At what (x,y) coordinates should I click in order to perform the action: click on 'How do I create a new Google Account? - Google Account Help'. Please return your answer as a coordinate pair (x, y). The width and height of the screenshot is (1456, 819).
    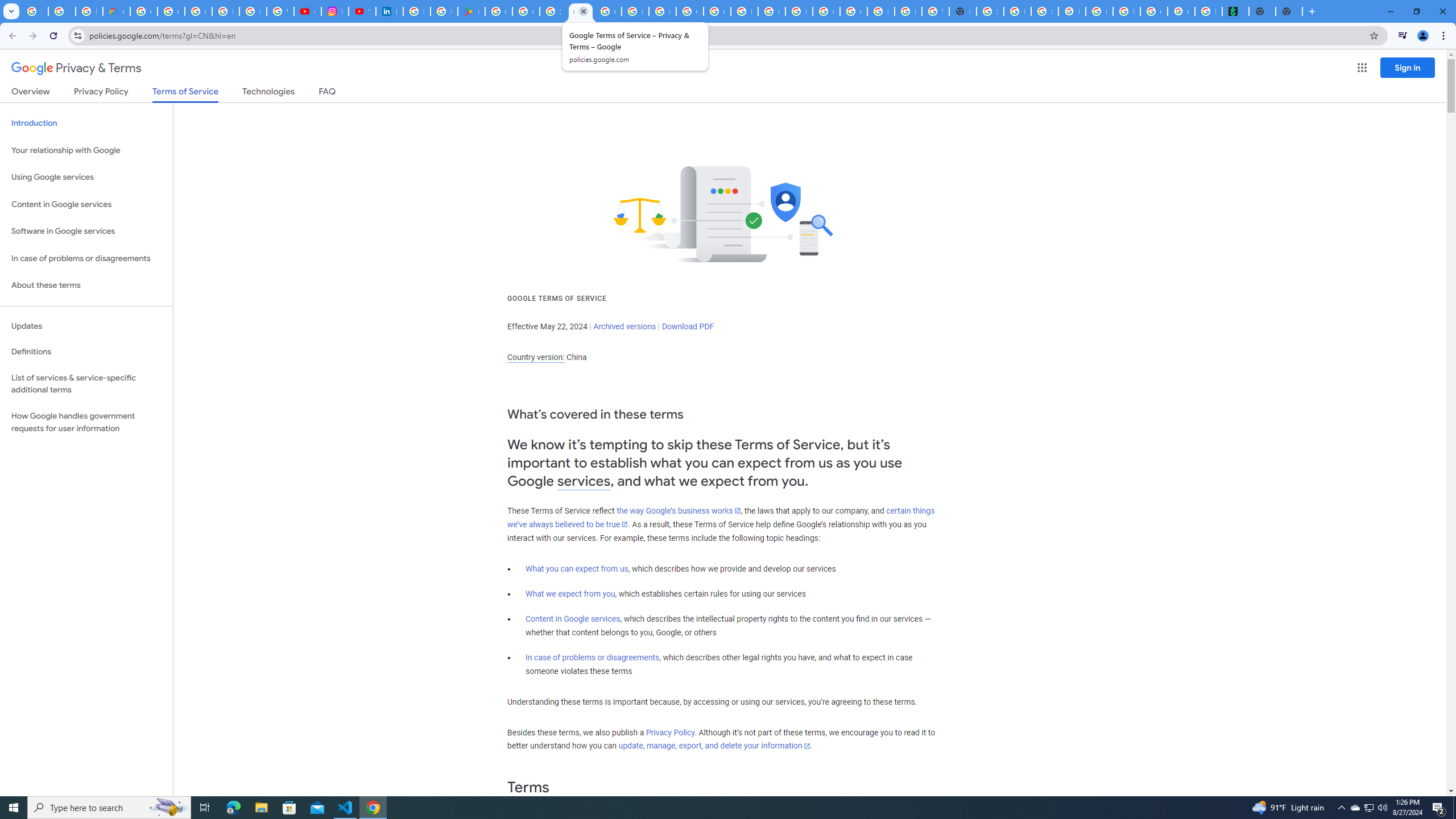
    Looking at the image, I should click on (635, 11).